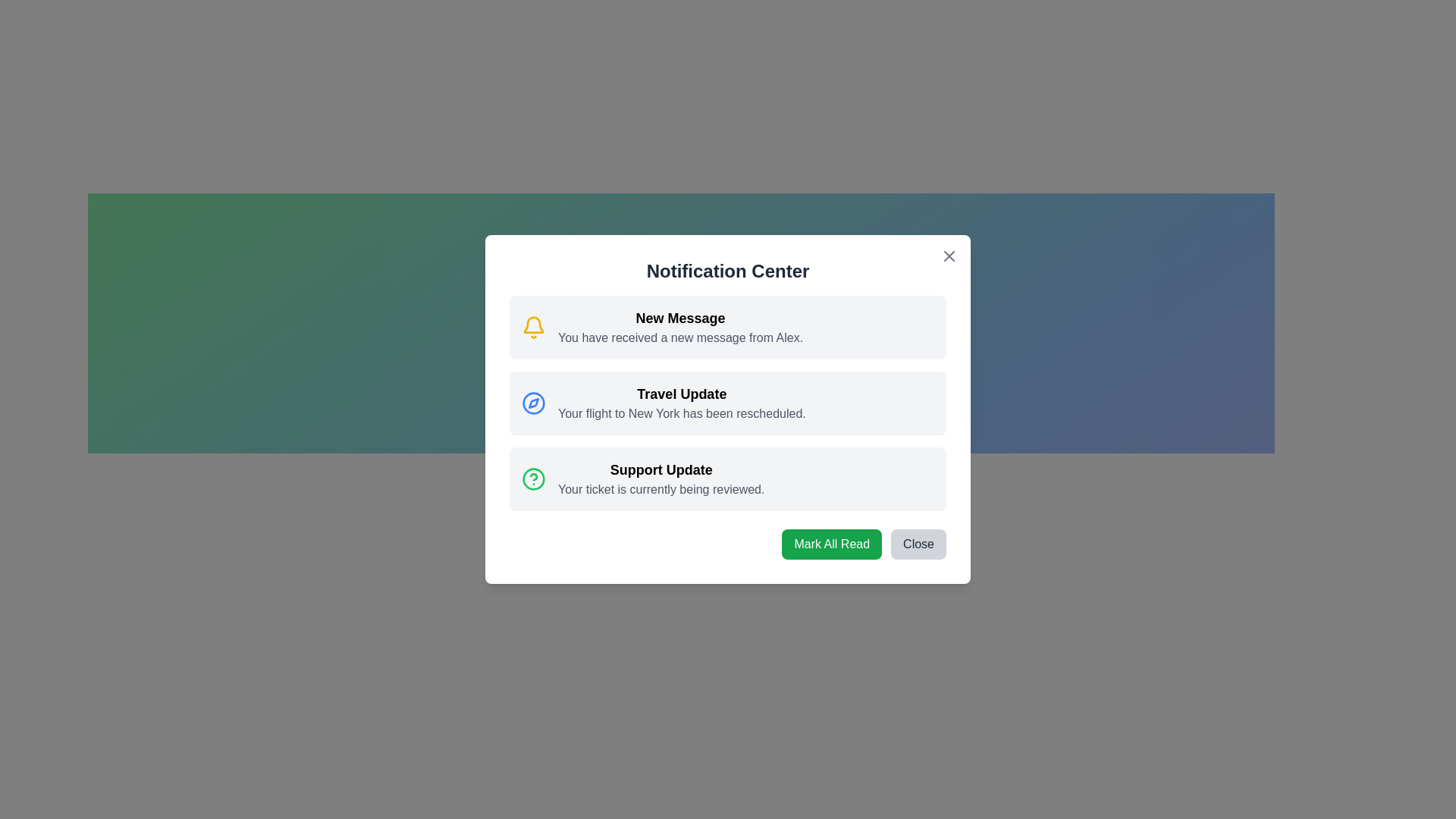 This screenshot has height=819, width=1456. Describe the element at coordinates (679, 318) in the screenshot. I see `bold text label 'New Message' located at the top of the first notification panel in the 'Notification Center' window, which is styled with a large font size and is aligned with the yellow bell icon` at that location.